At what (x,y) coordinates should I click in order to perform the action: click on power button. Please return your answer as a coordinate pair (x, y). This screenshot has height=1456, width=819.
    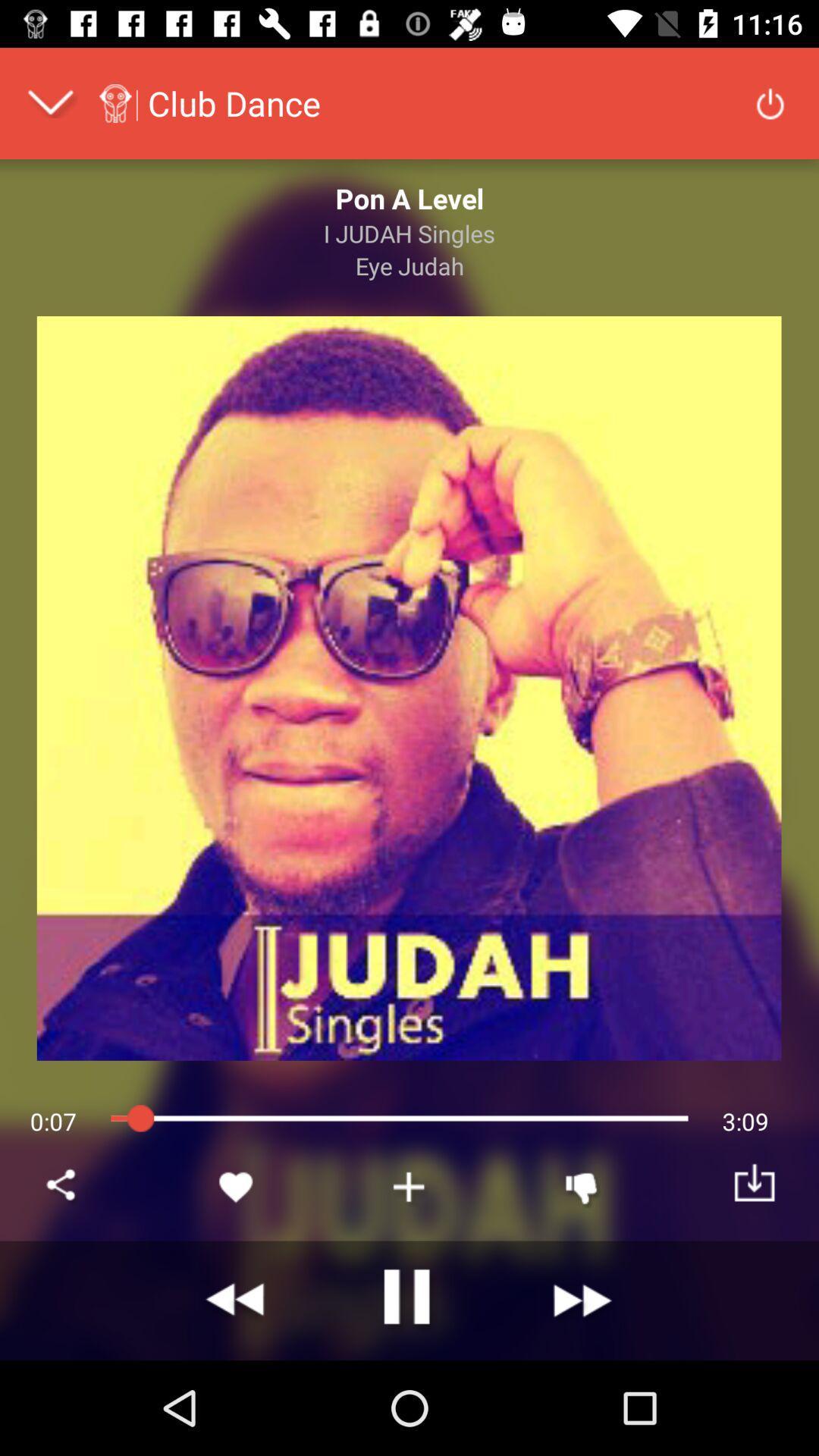
    Looking at the image, I should click on (770, 102).